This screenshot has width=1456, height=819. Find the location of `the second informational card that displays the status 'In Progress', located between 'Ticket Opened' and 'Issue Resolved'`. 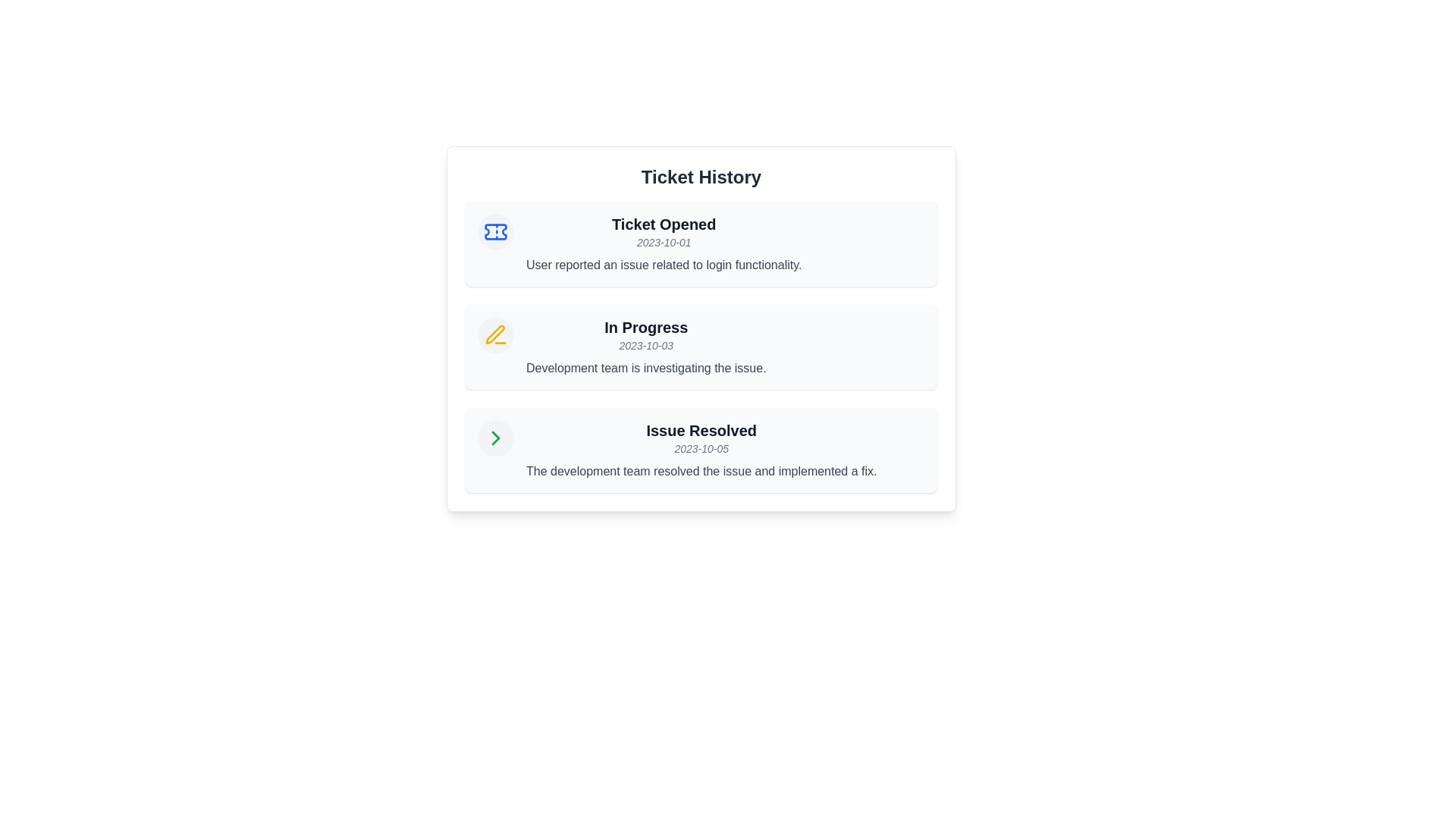

the second informational card that displays the status 'In Progress', located between 'Ticket Opened' and 'Issue Resolved' is located at coordinates (701, 347).